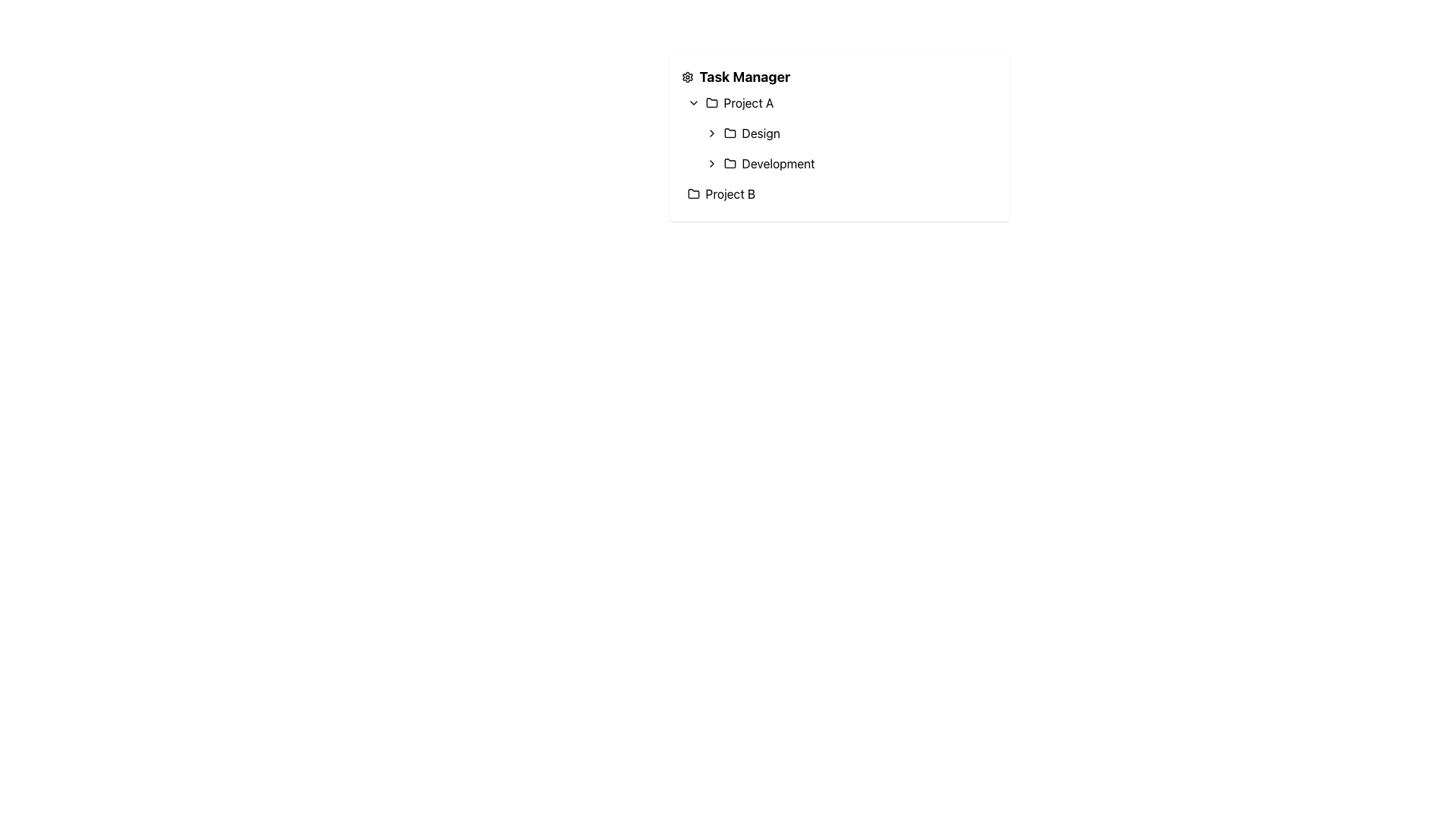 The height and width of the screenshot is (819, 1456). What do you see at coordinates (847, 164) in the screenshot?
I see `the Folder entry for 'Development' located under the 'Design' section in the Task Manager interface` at bounding box center [847, 164].